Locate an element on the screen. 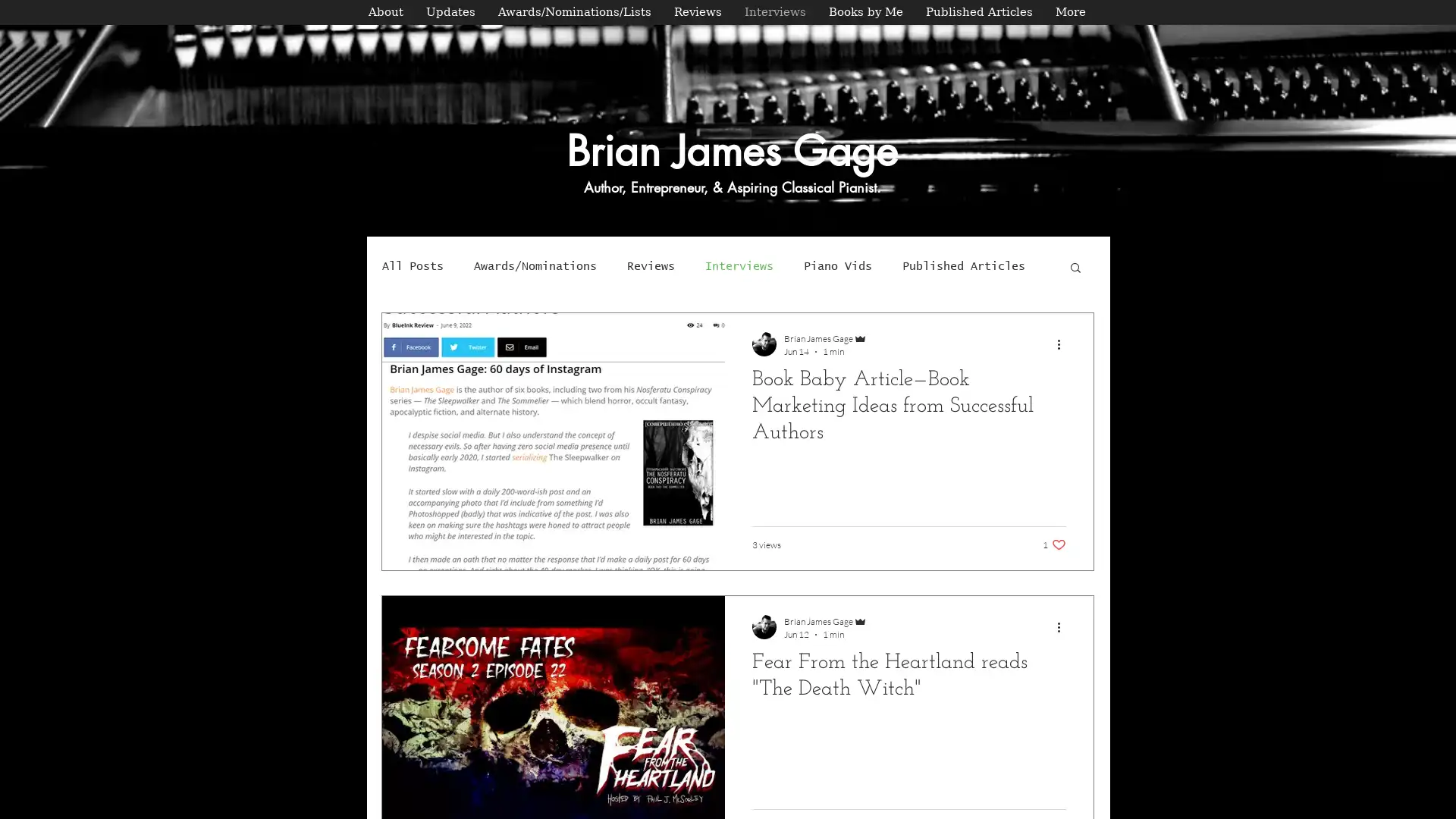 This screenshot has width=1456, height=819. Awards/Nominations is located at coordinates (535, 265).